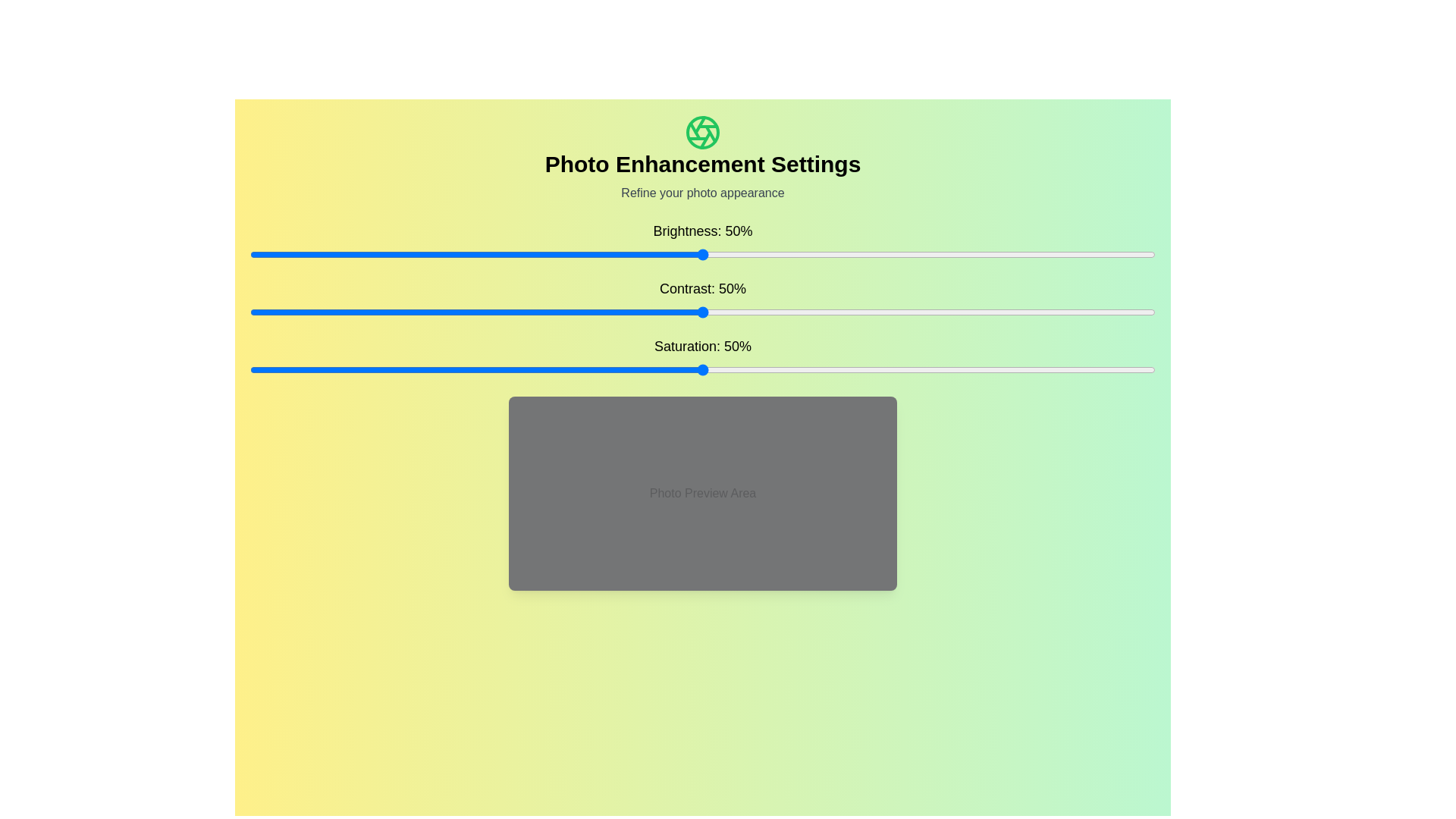 The height and width of the screenshot is (819, 1456). I want to click on the saturation slider to 64%, so click(829, 370).